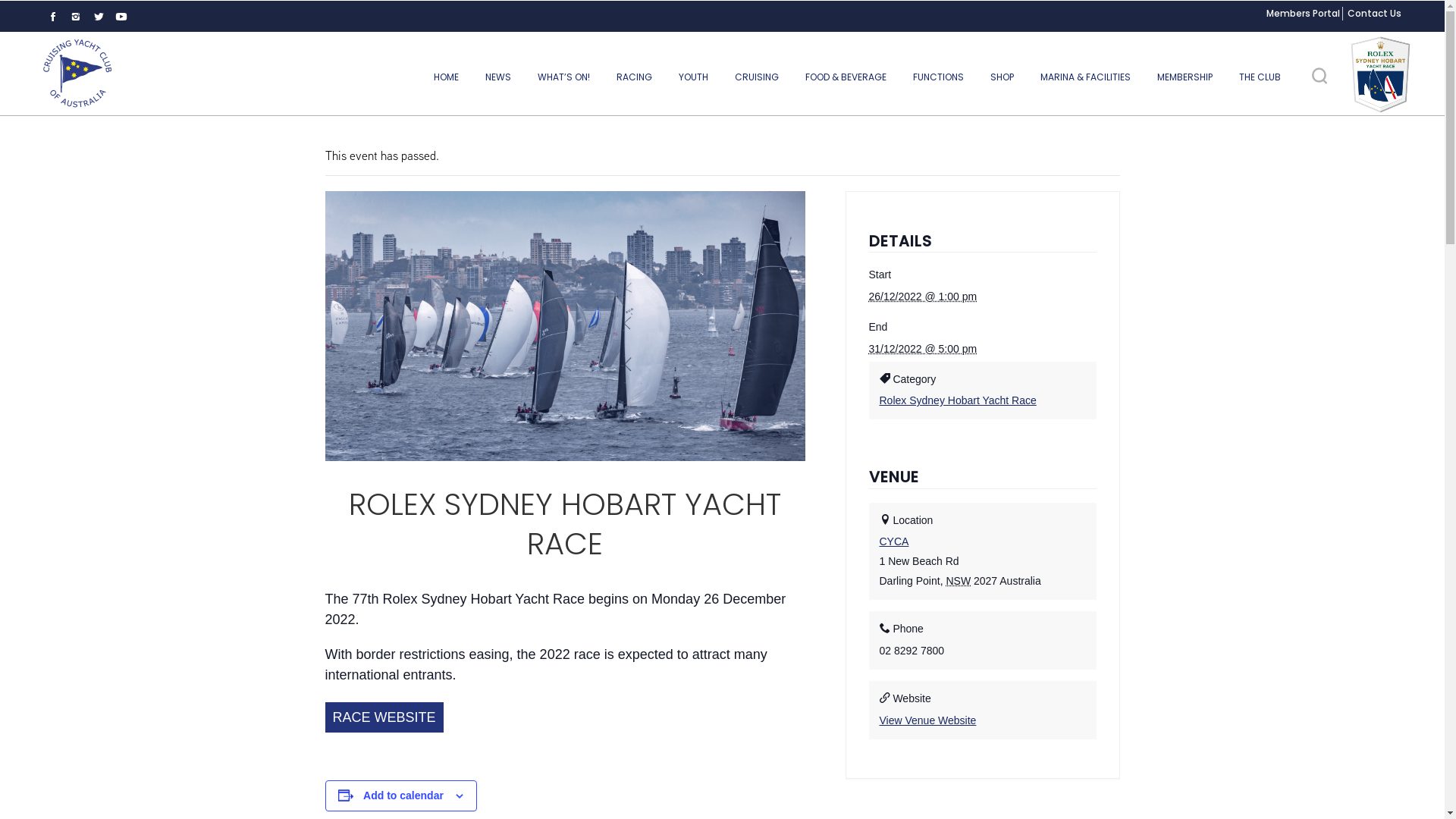 The height and width of the screenshot is (819, 1456). What do you see at coordinates (1002, 77) in the screenshot?
I see `'SHOP'` at bounding box center [1002, 77].